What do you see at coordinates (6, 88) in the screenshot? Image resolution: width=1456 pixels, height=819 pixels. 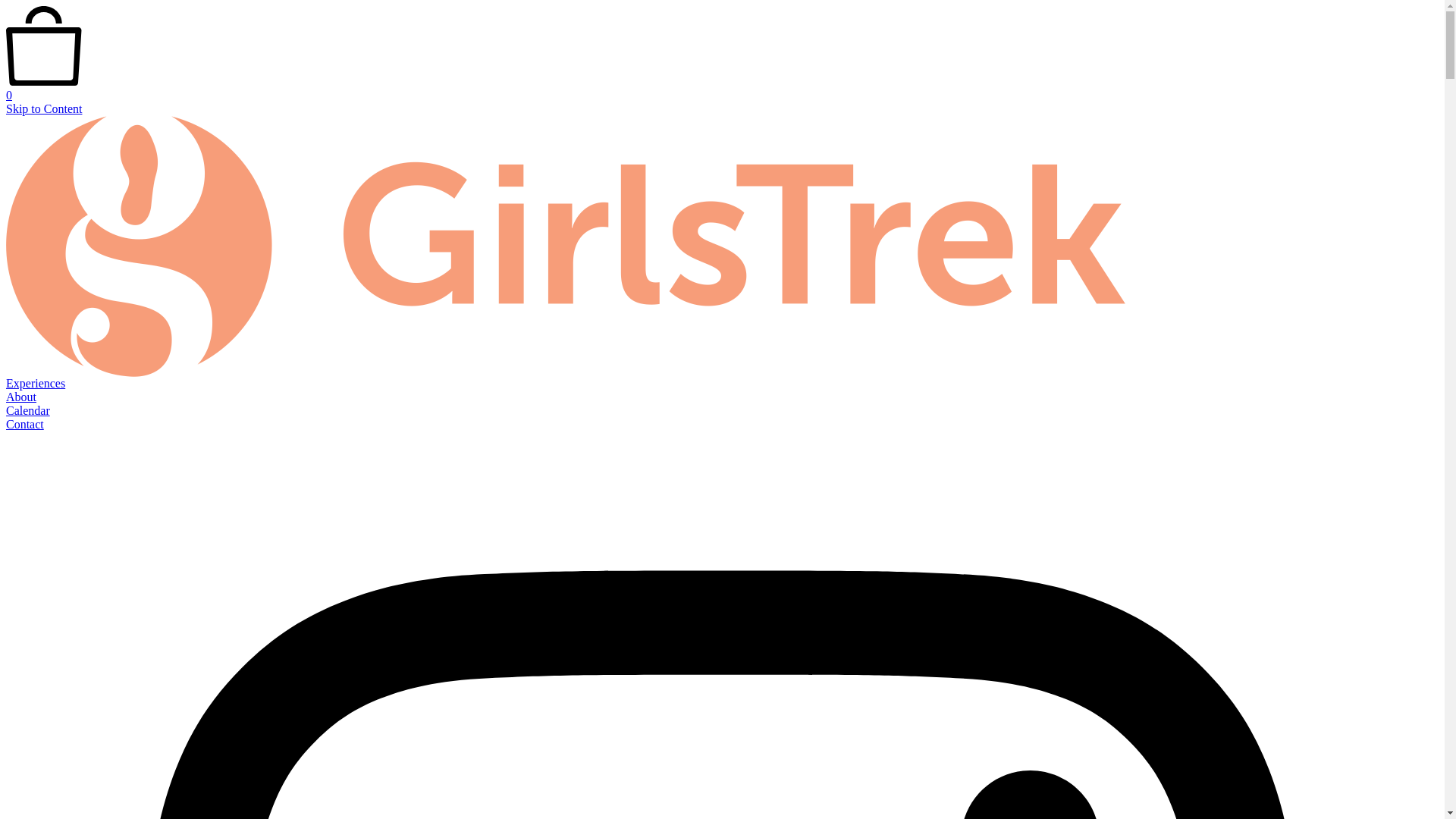 I see `'0'` at bounding box center [6, 88].